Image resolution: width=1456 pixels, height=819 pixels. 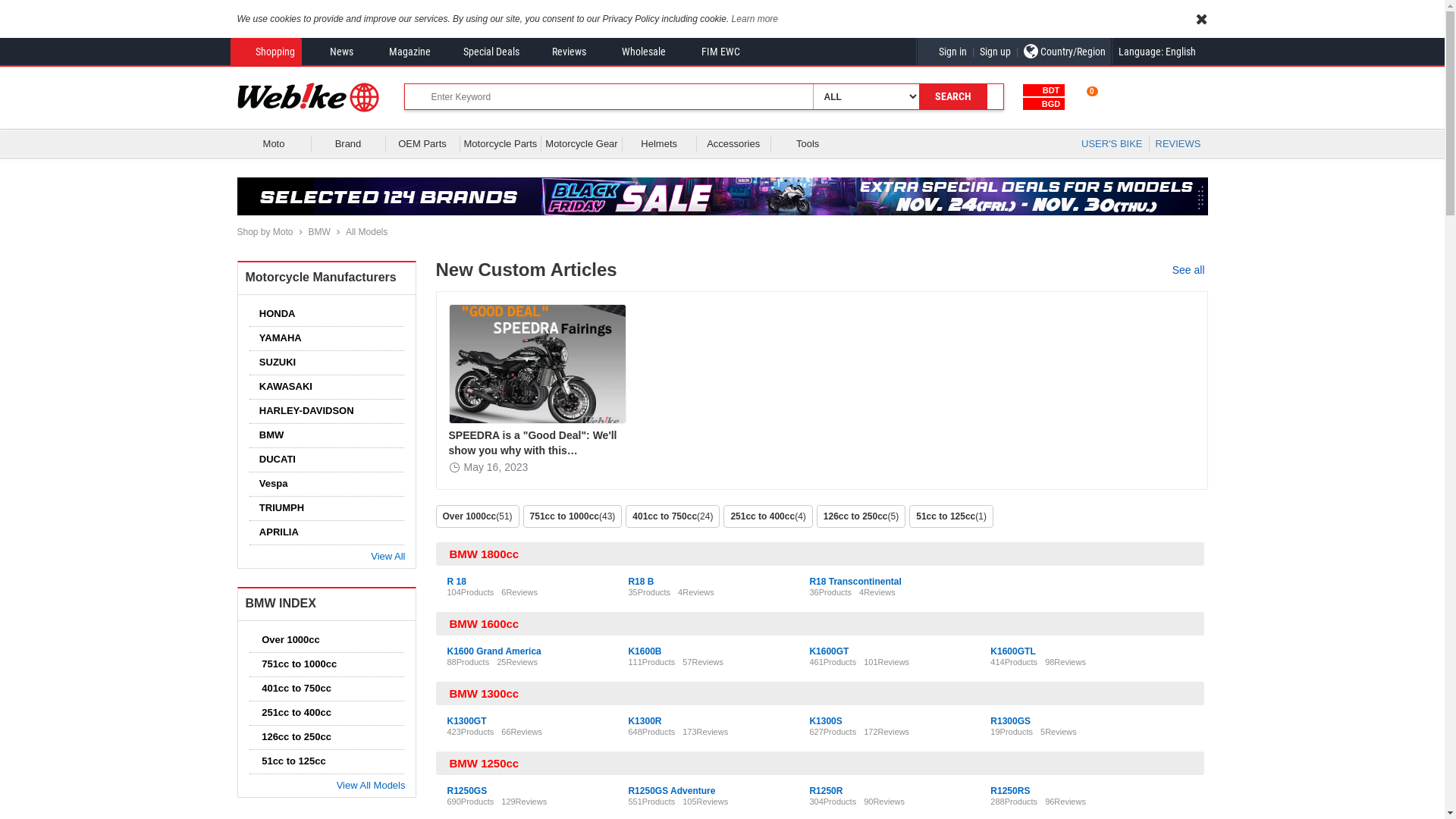 I want to click on 'Shopping', so click(x=265, y=51).